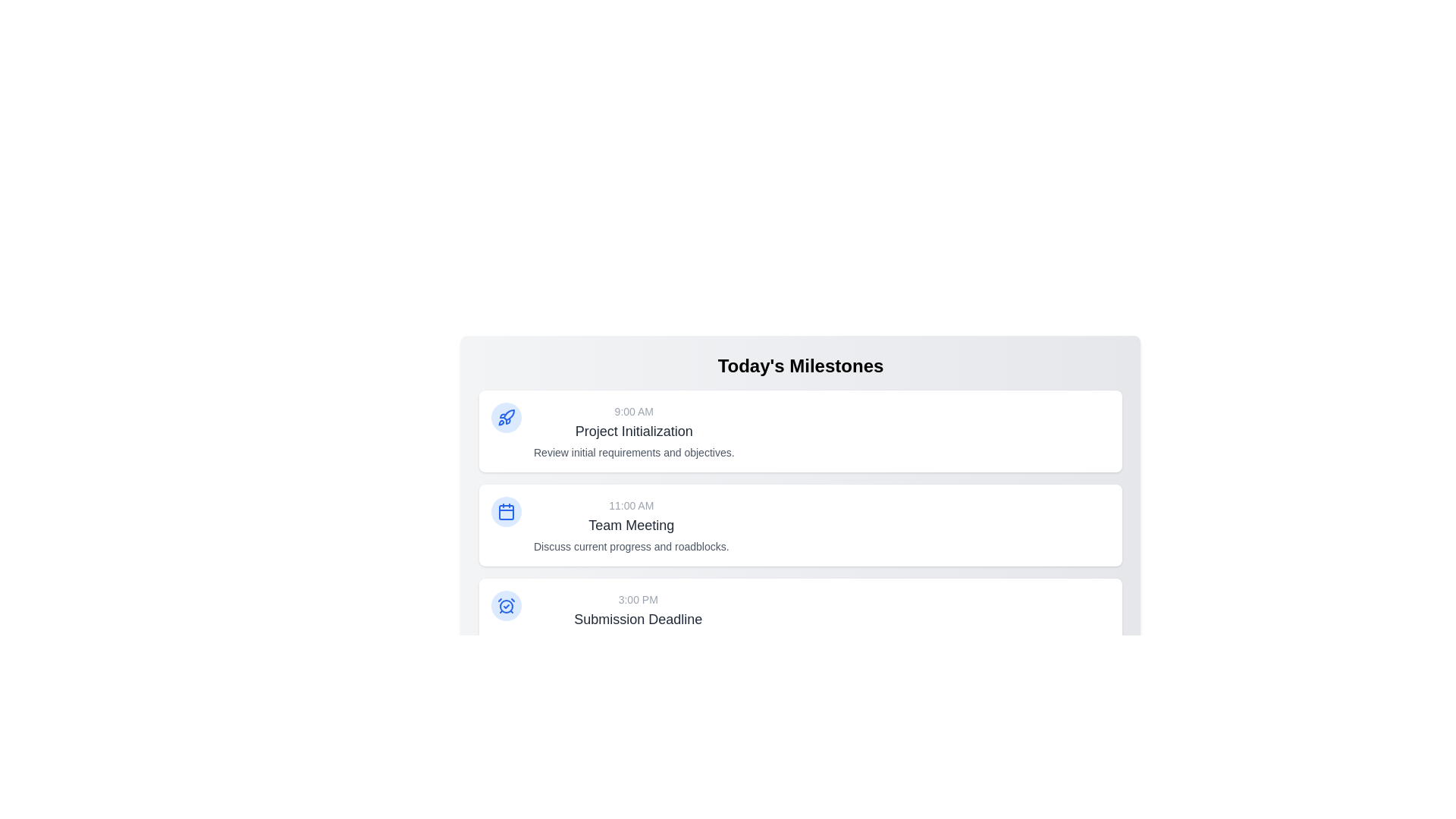 The width and height of the screenshot is (1456, 819). Describe the element at coordinates (506, 605) in the screenshot. I see `the clock face element of the clock-themed icon adjacent to the 'Submission Deadline' text in the milestone list` at that location.